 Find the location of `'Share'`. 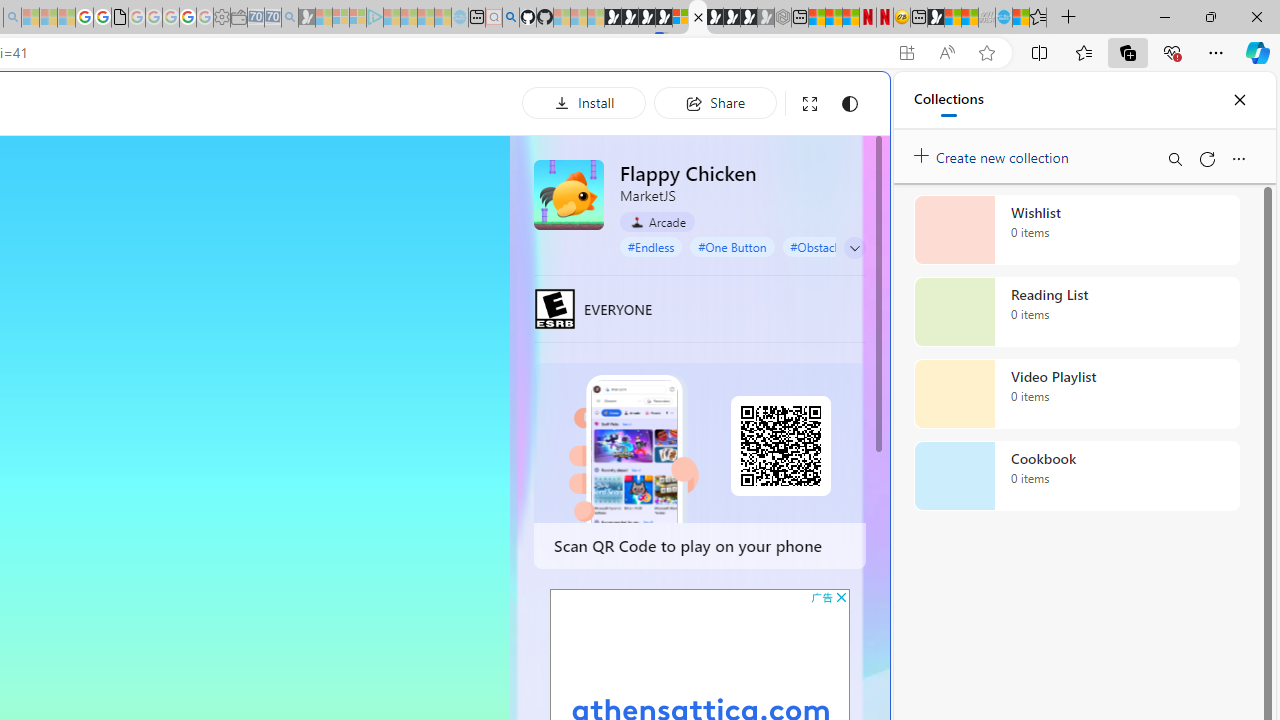

'Share' is located at coordinates (715, 102).